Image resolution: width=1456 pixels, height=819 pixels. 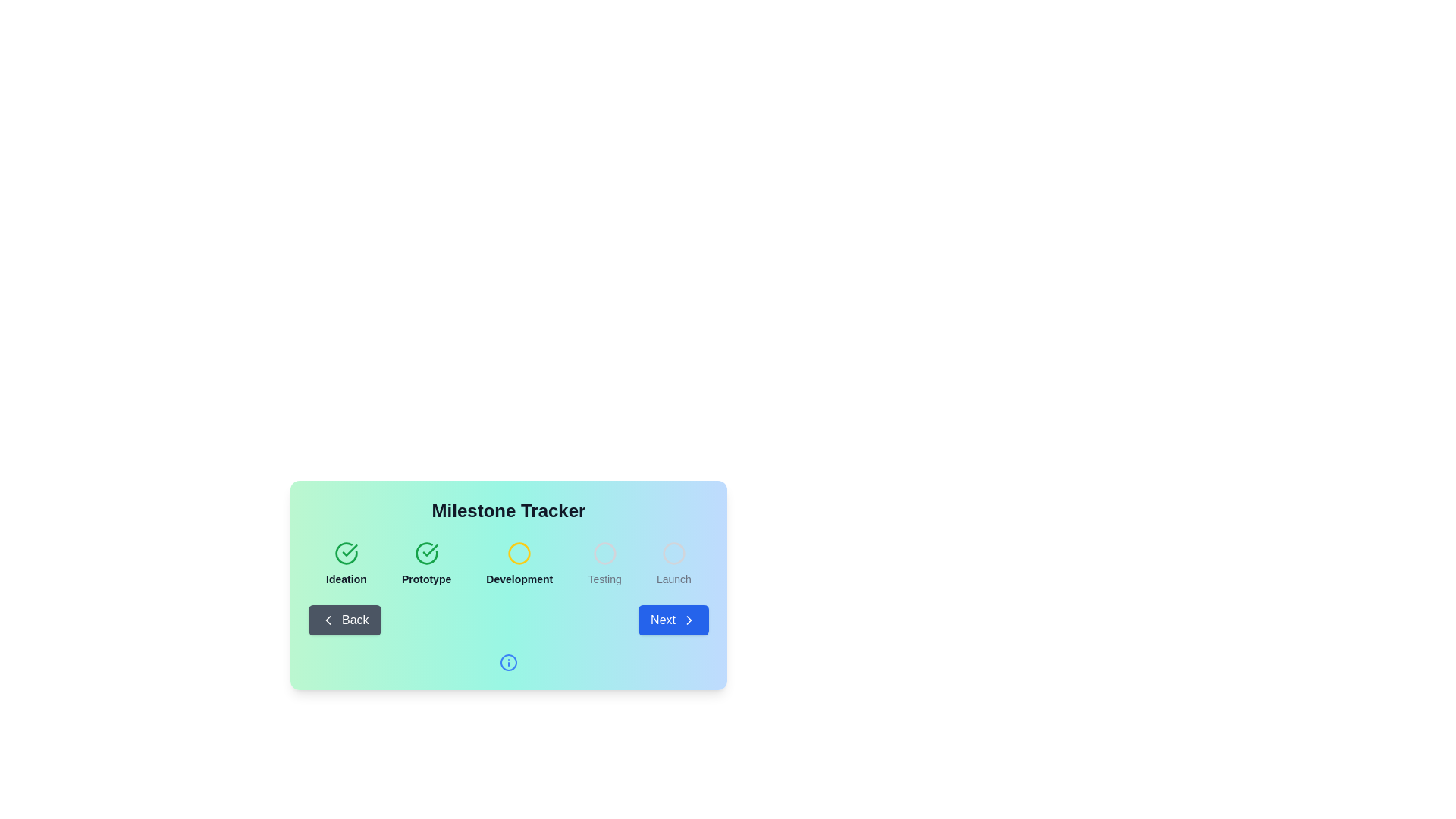 I want to click on text label displaying 'Prototype' in bold and small font size, styled in black color, located beneath the green checkmark icon in the milestone tracker interface, so click(x=425, y=579).